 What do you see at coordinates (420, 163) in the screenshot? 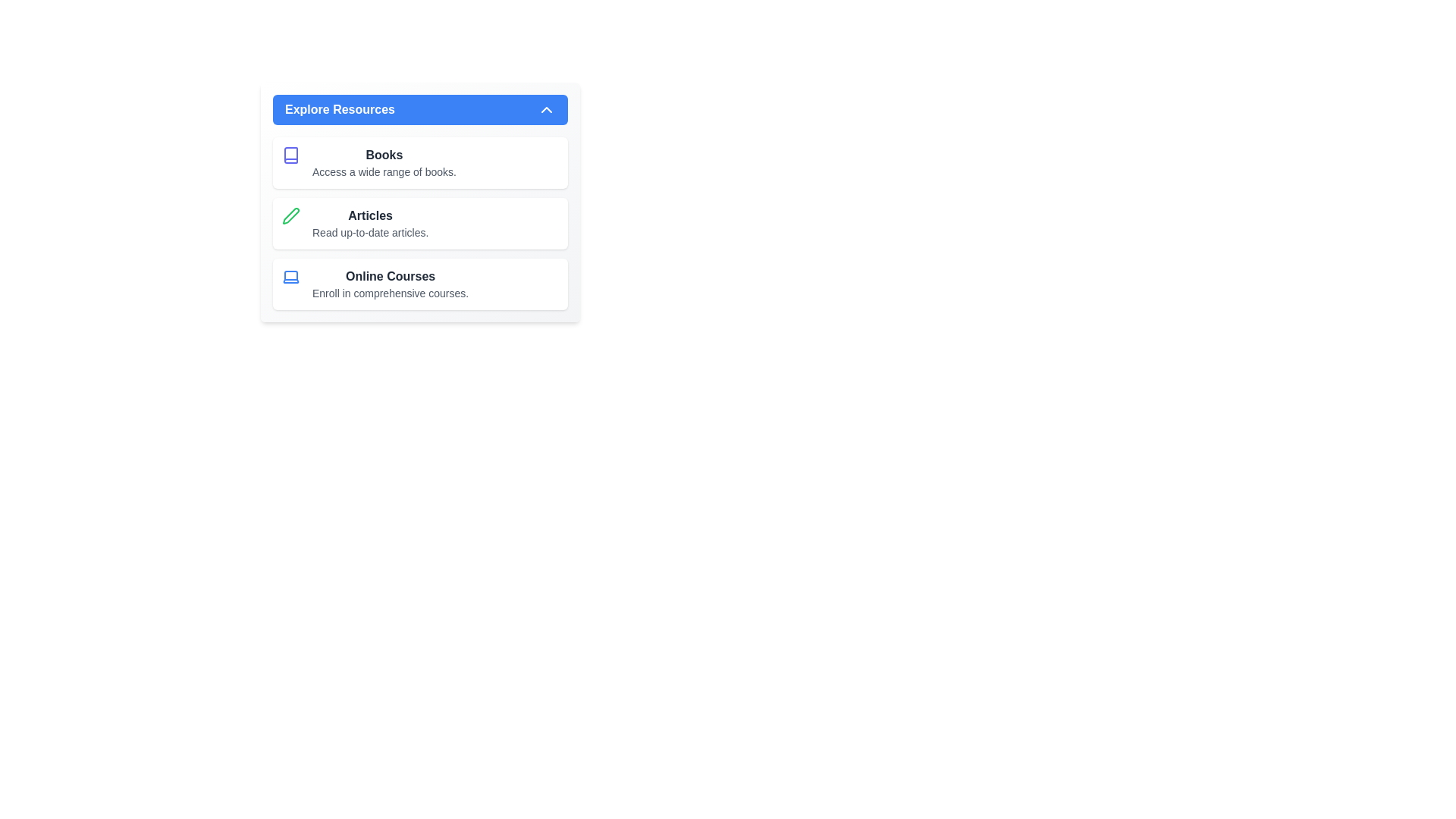
I see `the clickable card that provides access to resources related to books, located under the 'Explore Resources' header as the first card in the list` at bounding box center [420, 163].